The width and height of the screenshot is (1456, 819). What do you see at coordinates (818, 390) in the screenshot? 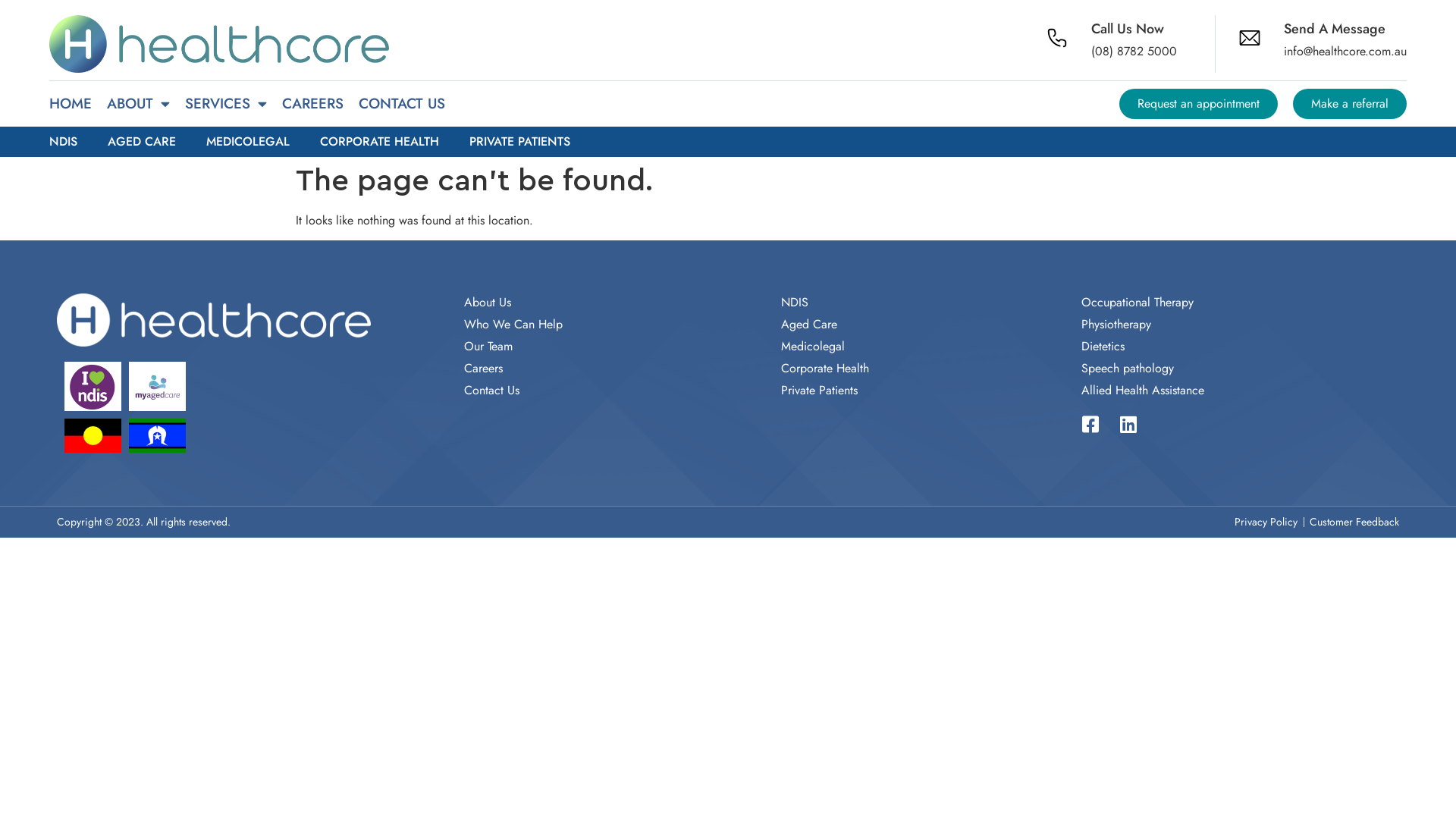
I see `'Private Patients'` at bounding box center [818, 390].